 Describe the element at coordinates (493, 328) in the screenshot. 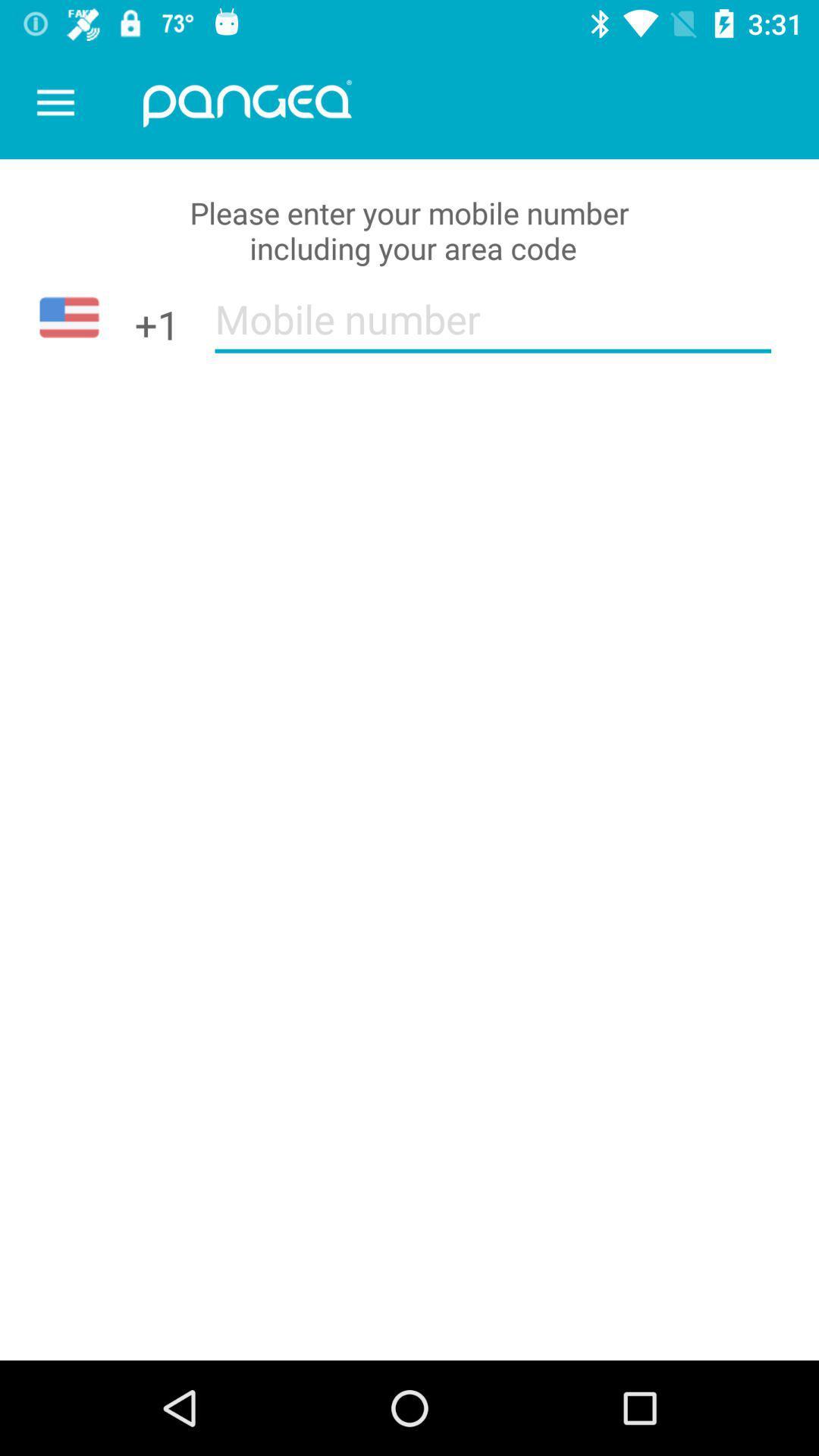

I see `icon next to +1 item` at that location.